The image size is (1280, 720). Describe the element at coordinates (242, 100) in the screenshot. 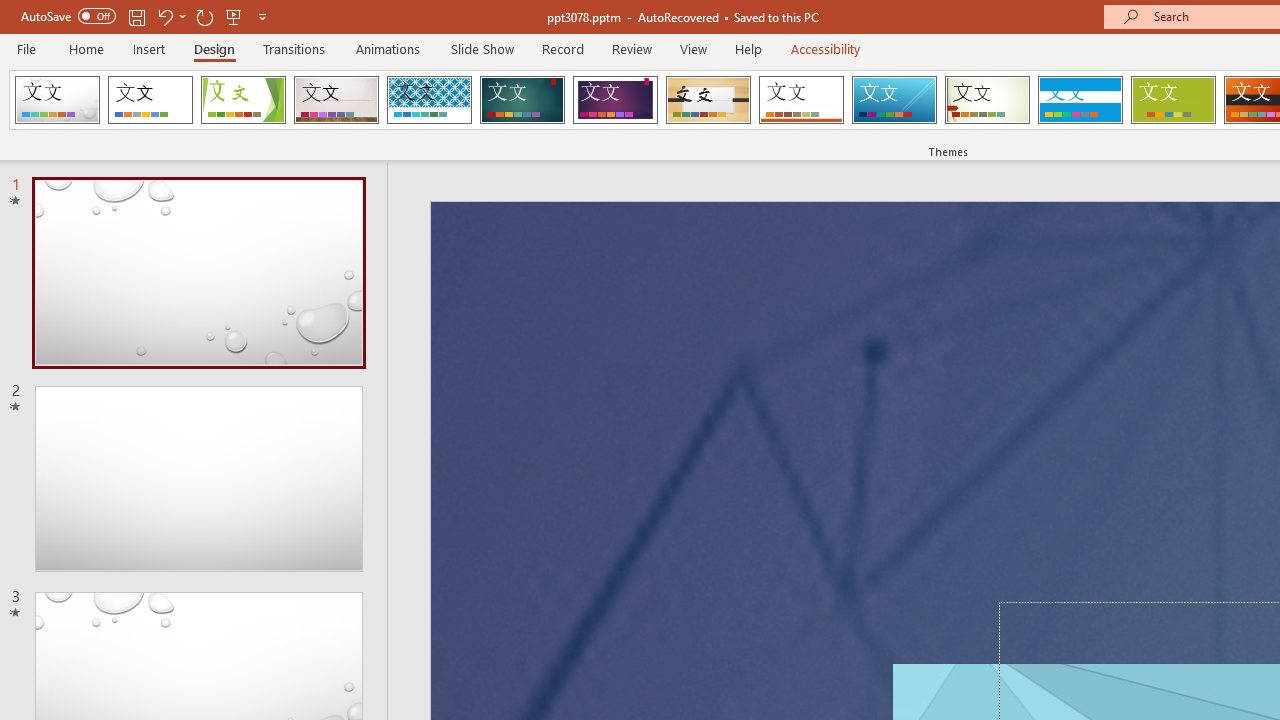

I see `'Facet'` at that location.